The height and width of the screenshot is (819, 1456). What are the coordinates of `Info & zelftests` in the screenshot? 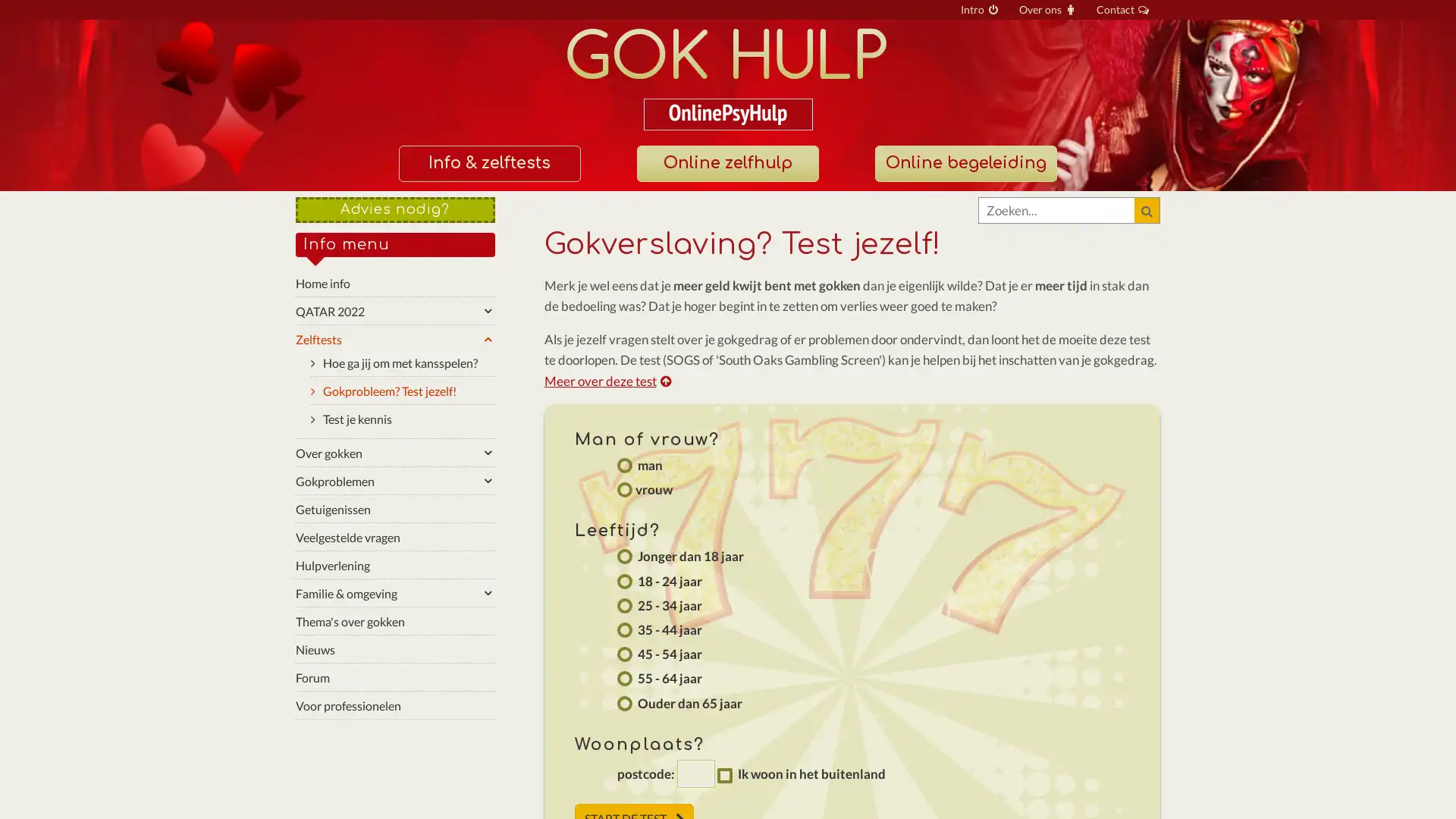 It's located at (488, 163).